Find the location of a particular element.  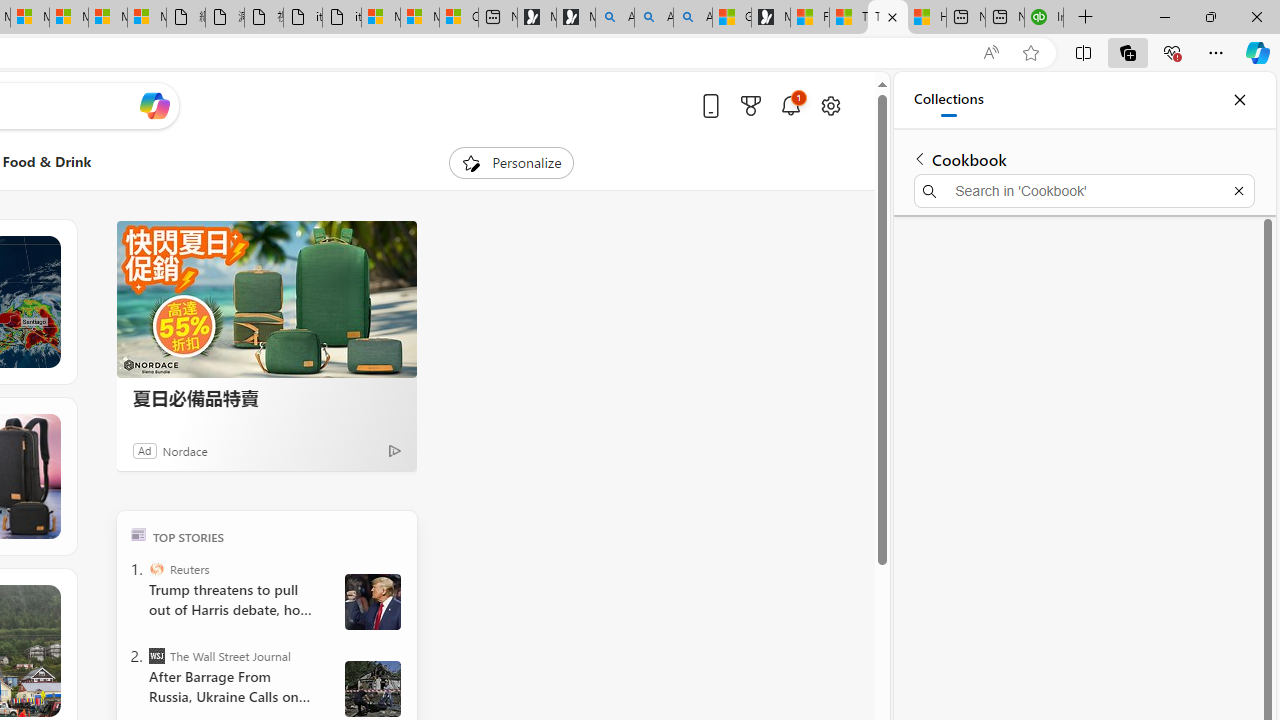

'Back to list of collections' is located at coordinates (919, 158).